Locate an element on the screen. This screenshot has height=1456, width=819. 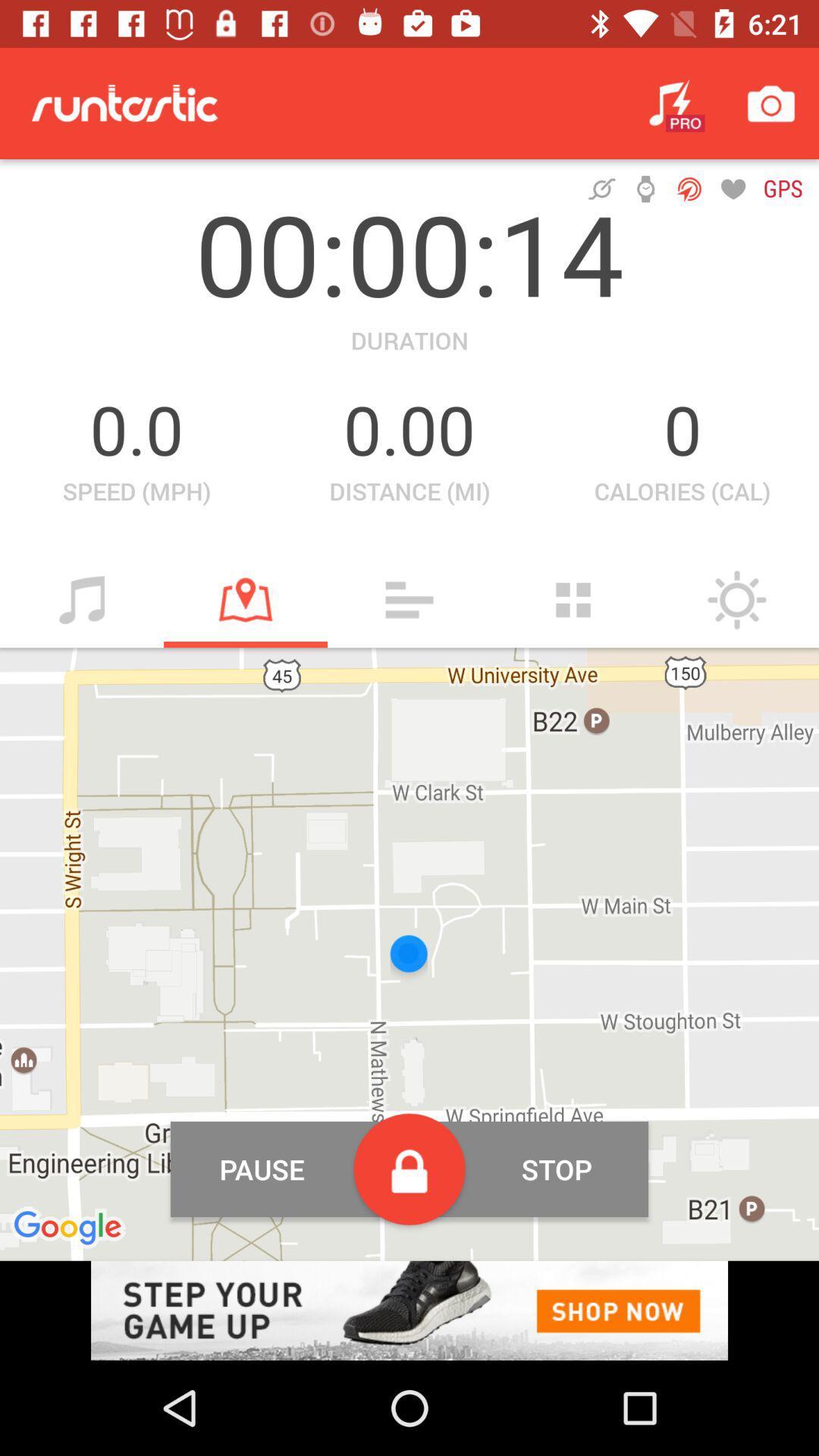
open more option is located at coordinates (409, 599).